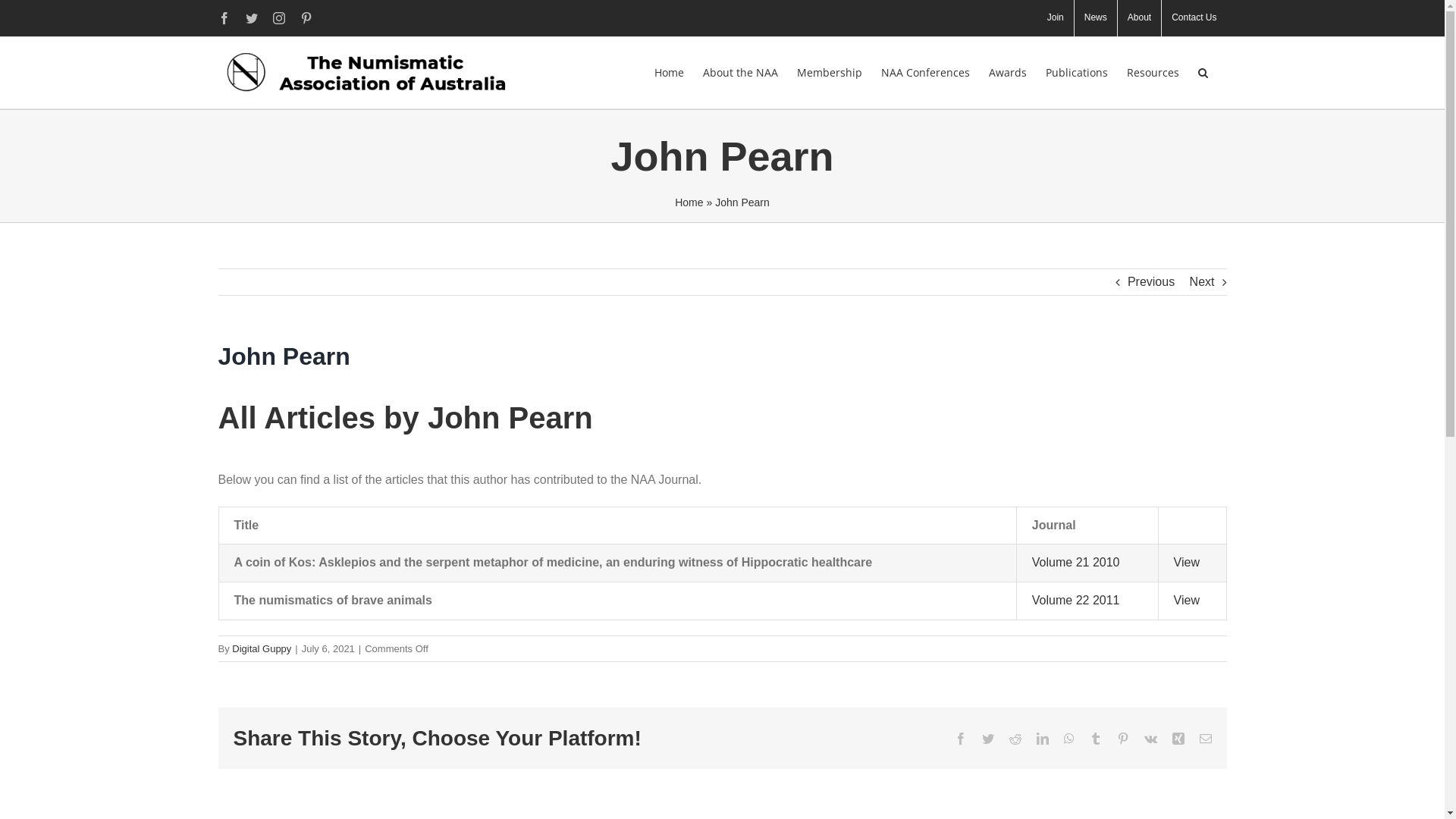 The image size is (1456, 819). What do you see at coordinates (1127, 73) in the screenshot?
I see `'Resources'` at bounding box center [1127, 73].